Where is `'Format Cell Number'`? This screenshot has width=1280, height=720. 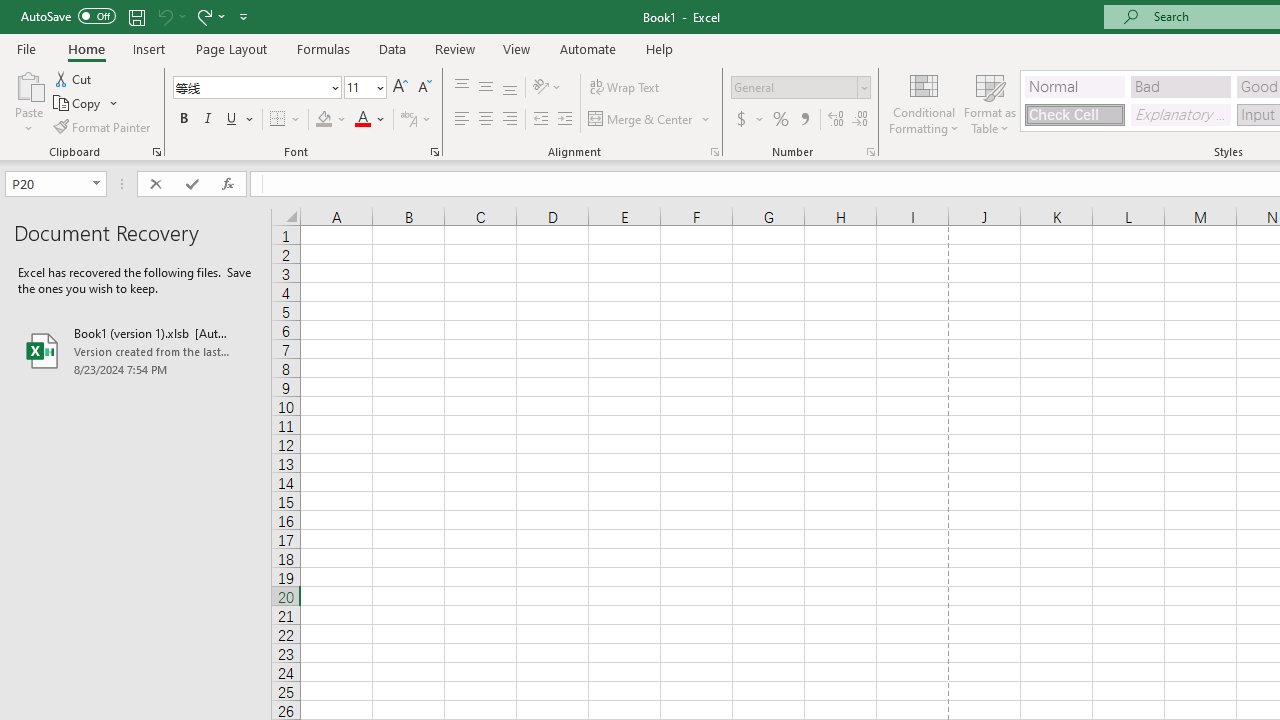
'Format Cell Number' is located at coordinates (871, 150).